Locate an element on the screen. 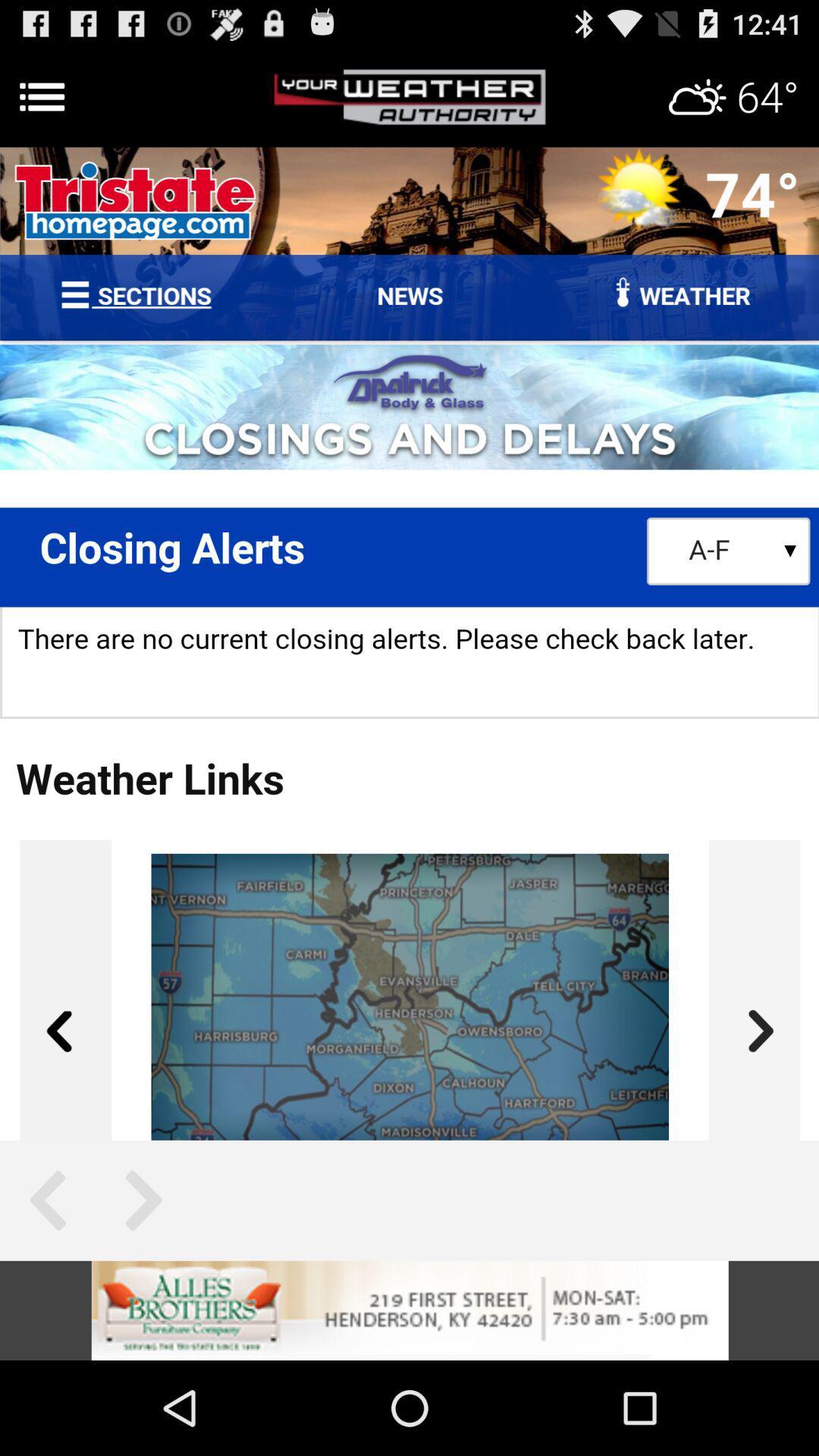 This screenshot has height=1456, width=819. advertisement page is located at coordinates (409, 1310).